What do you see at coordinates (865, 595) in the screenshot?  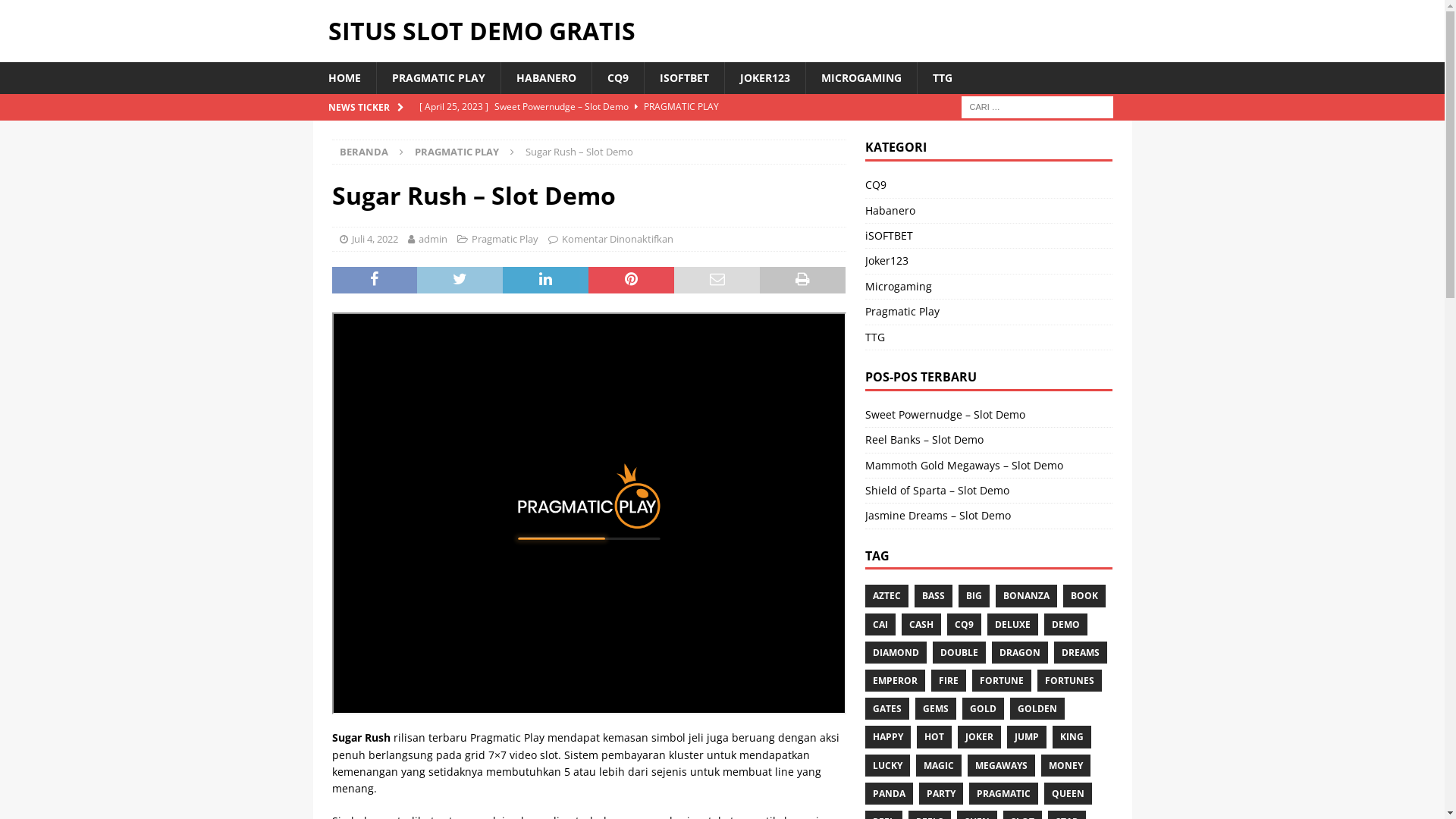 I see `'AZTEC'` at bounding box center [865, 595].